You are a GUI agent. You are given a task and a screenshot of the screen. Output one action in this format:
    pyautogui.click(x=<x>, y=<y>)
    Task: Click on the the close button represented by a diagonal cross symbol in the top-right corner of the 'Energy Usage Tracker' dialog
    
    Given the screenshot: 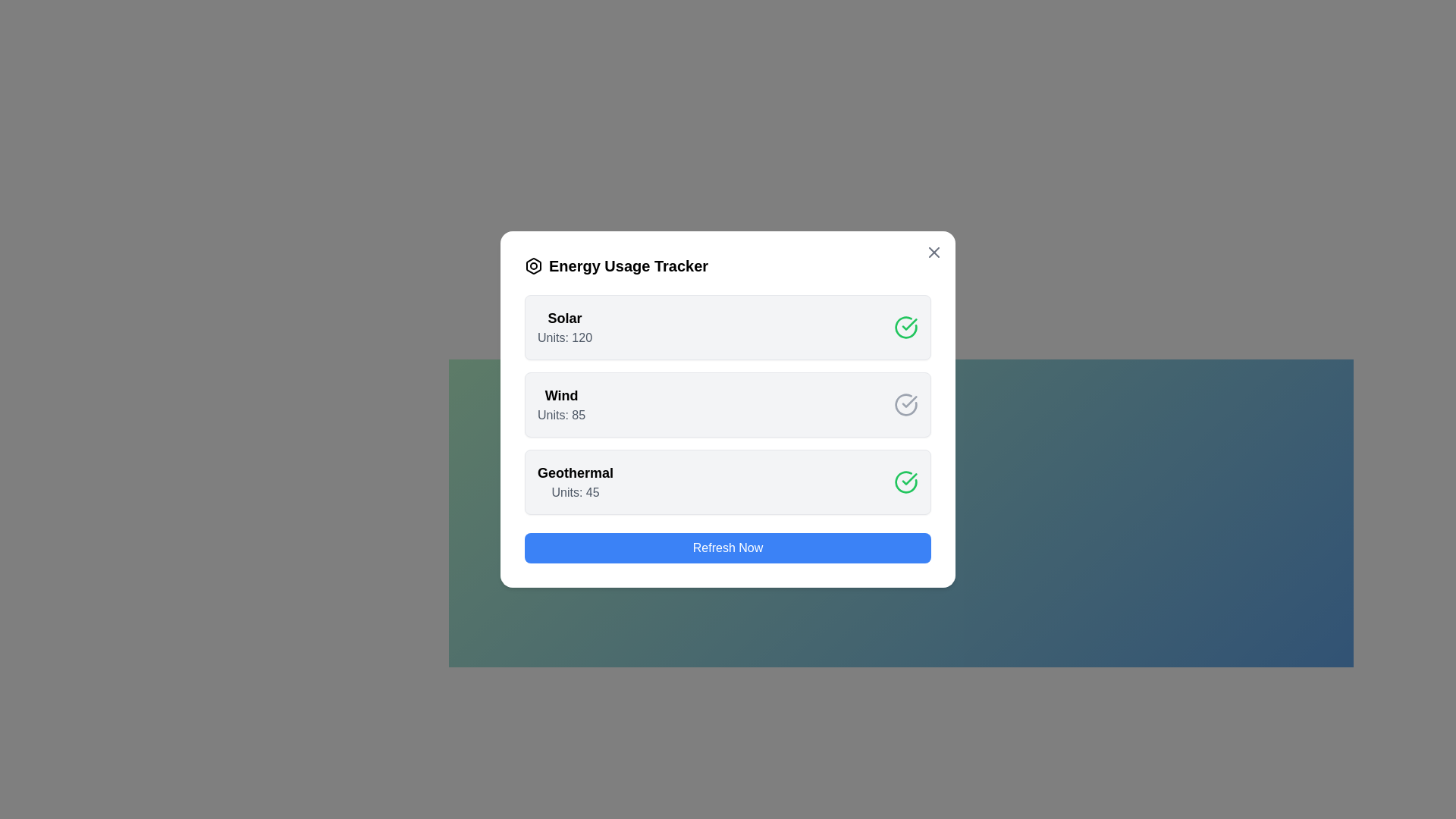 What is the action you would take?
    pyautogui.click(x=934, y=251)
    